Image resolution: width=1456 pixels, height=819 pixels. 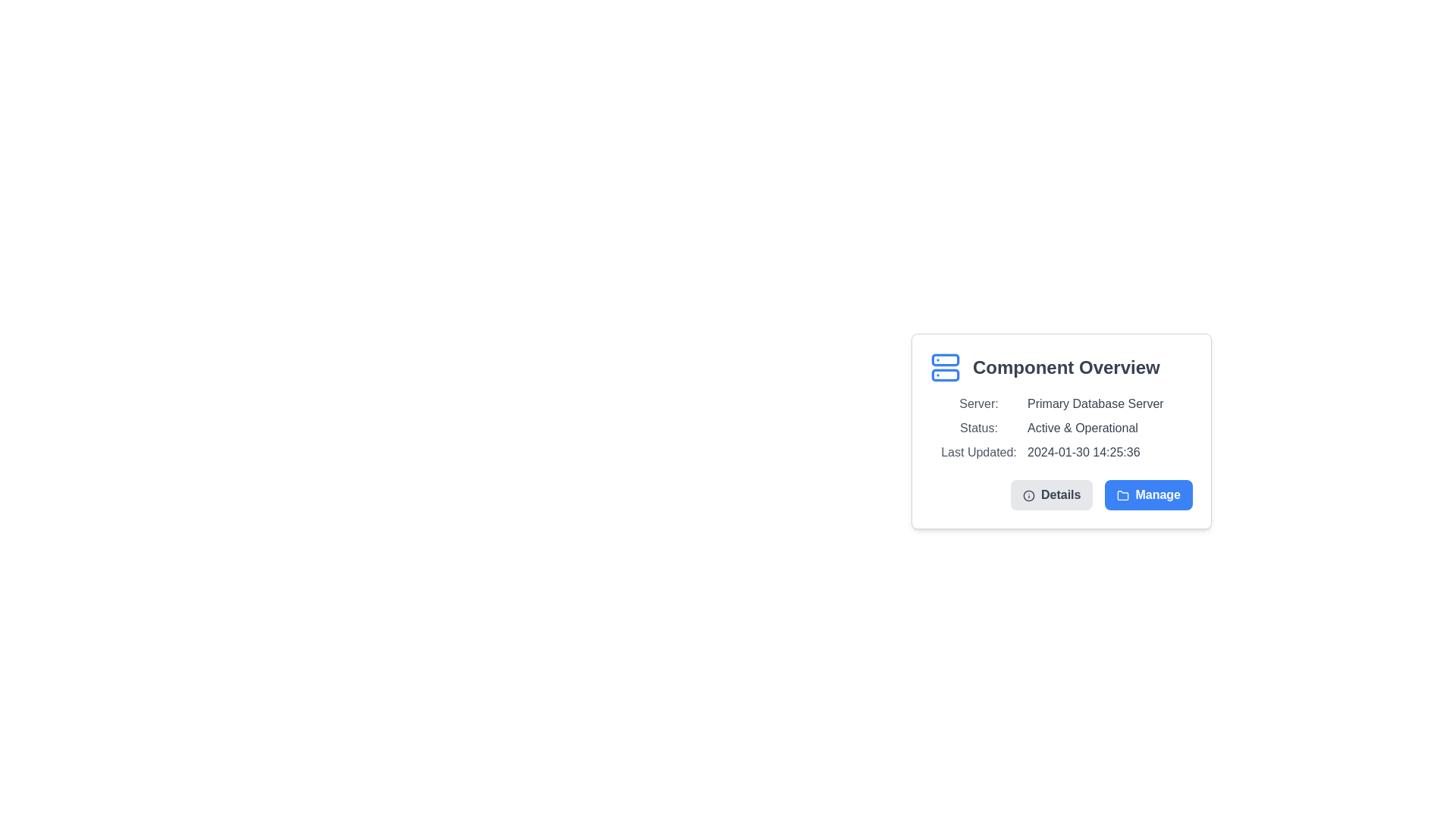 I want to click on the text field displaying information about the server, which is the first row of text in the card layout, positioned above the 'Status' row and below 'Component Overview', so click(x=1061, y=403).